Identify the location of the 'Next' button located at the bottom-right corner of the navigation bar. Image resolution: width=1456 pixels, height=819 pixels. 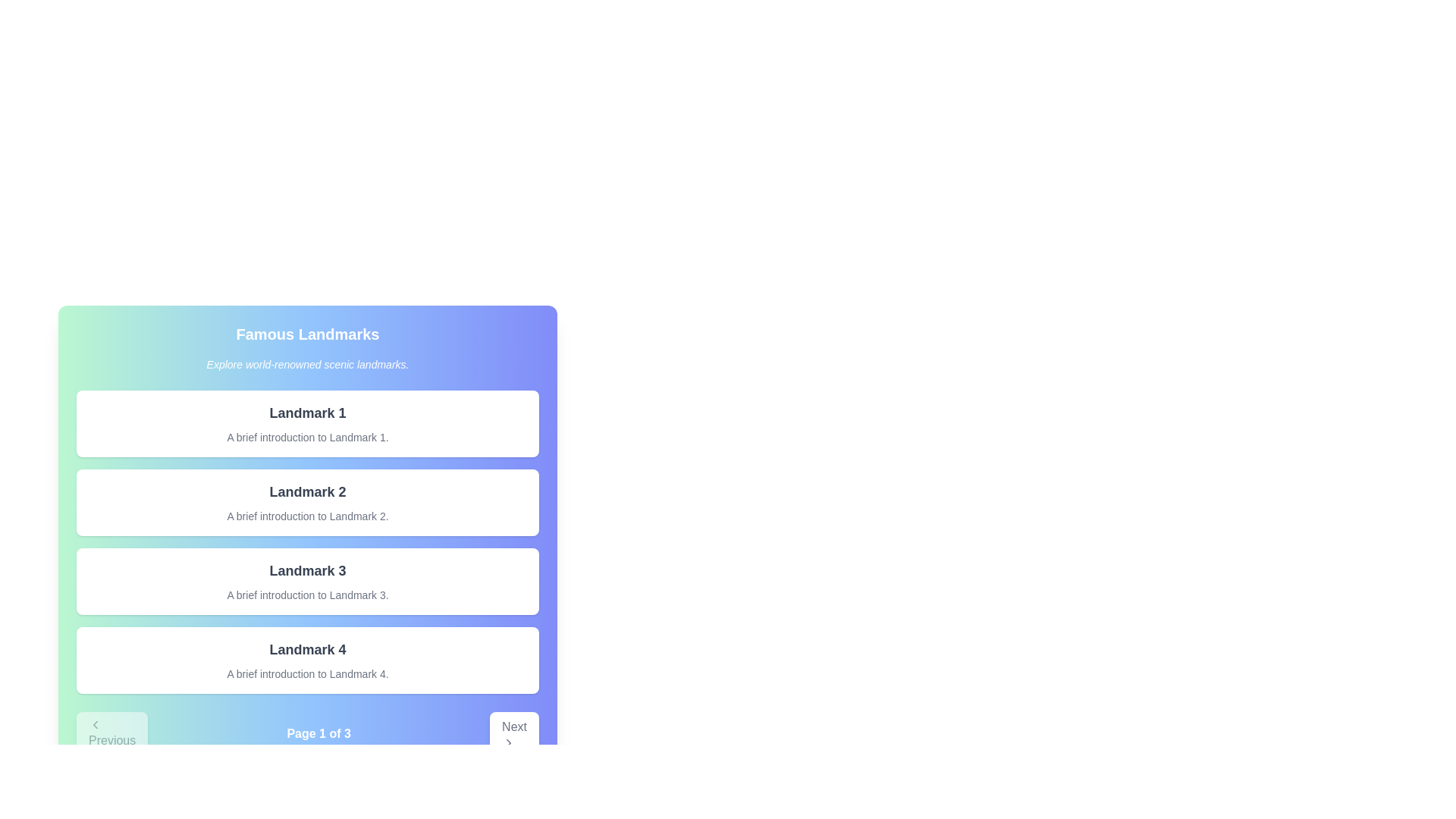
(514, 733).